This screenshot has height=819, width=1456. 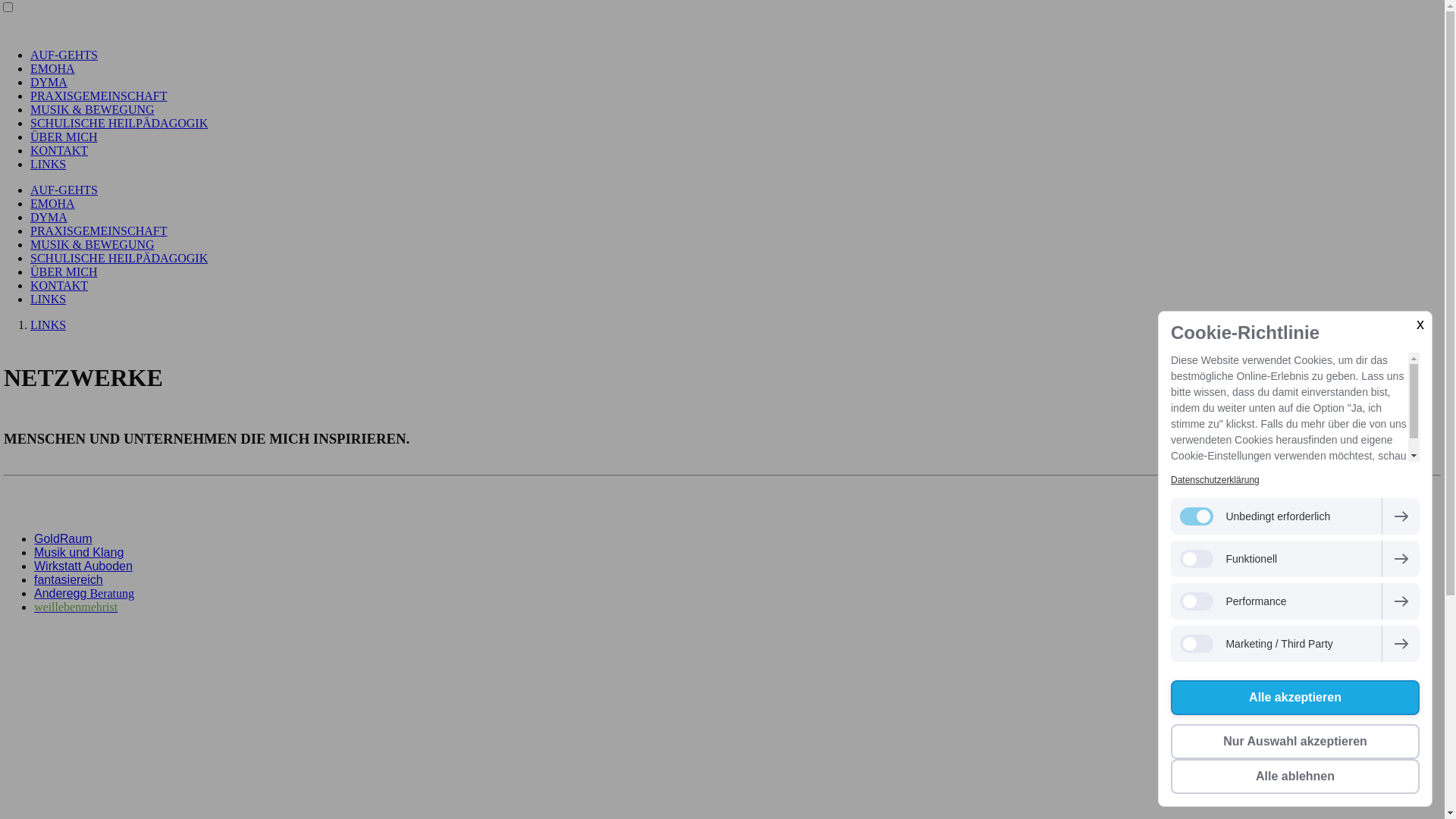 What do you see at coordinates (30, 82) in the screenshot?
I see `'DYMA'` at bounding box center [30, 82].